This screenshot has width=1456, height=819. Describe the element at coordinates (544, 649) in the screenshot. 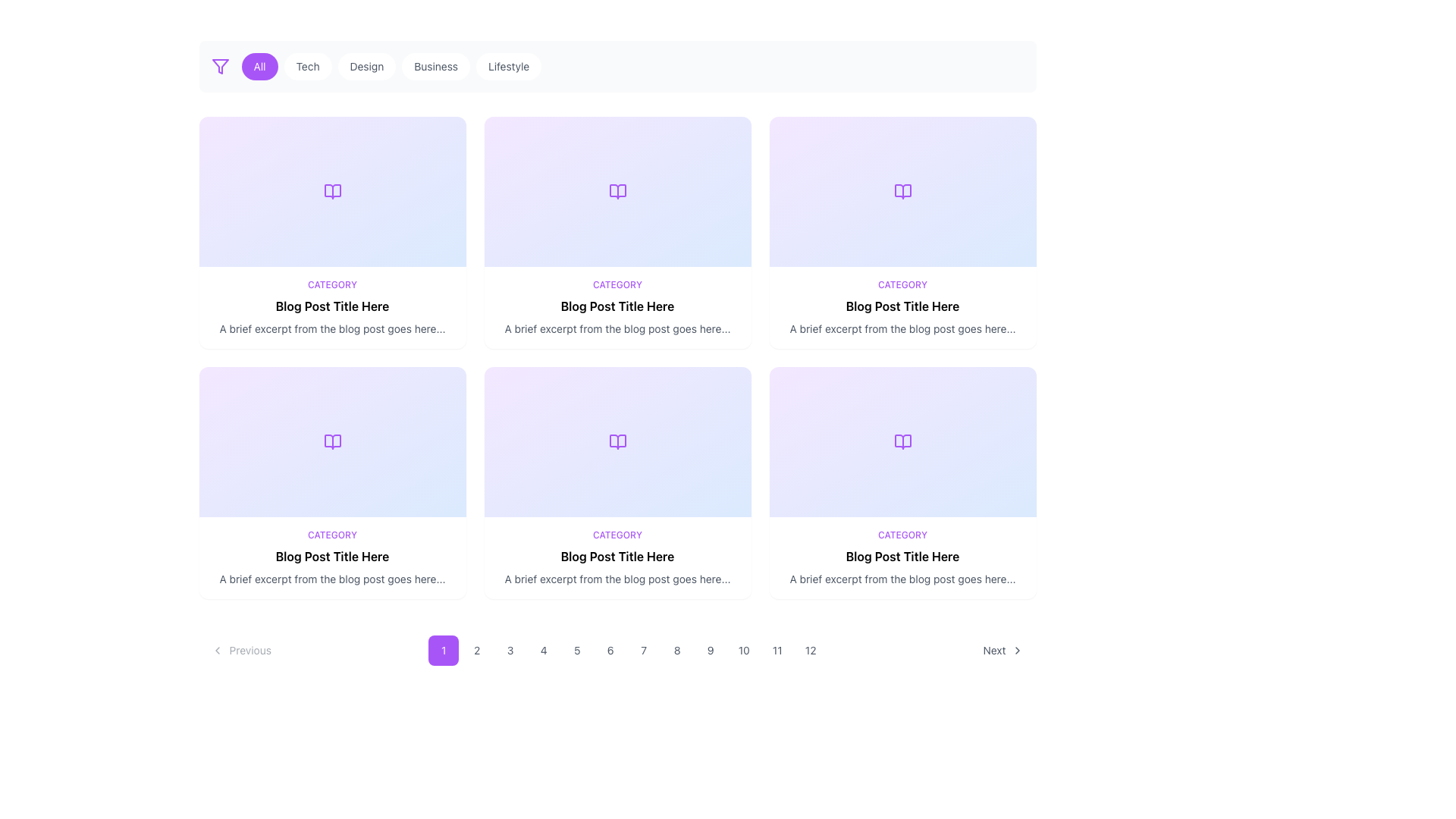

I see `the circular button displaying the number '4'` at that location.